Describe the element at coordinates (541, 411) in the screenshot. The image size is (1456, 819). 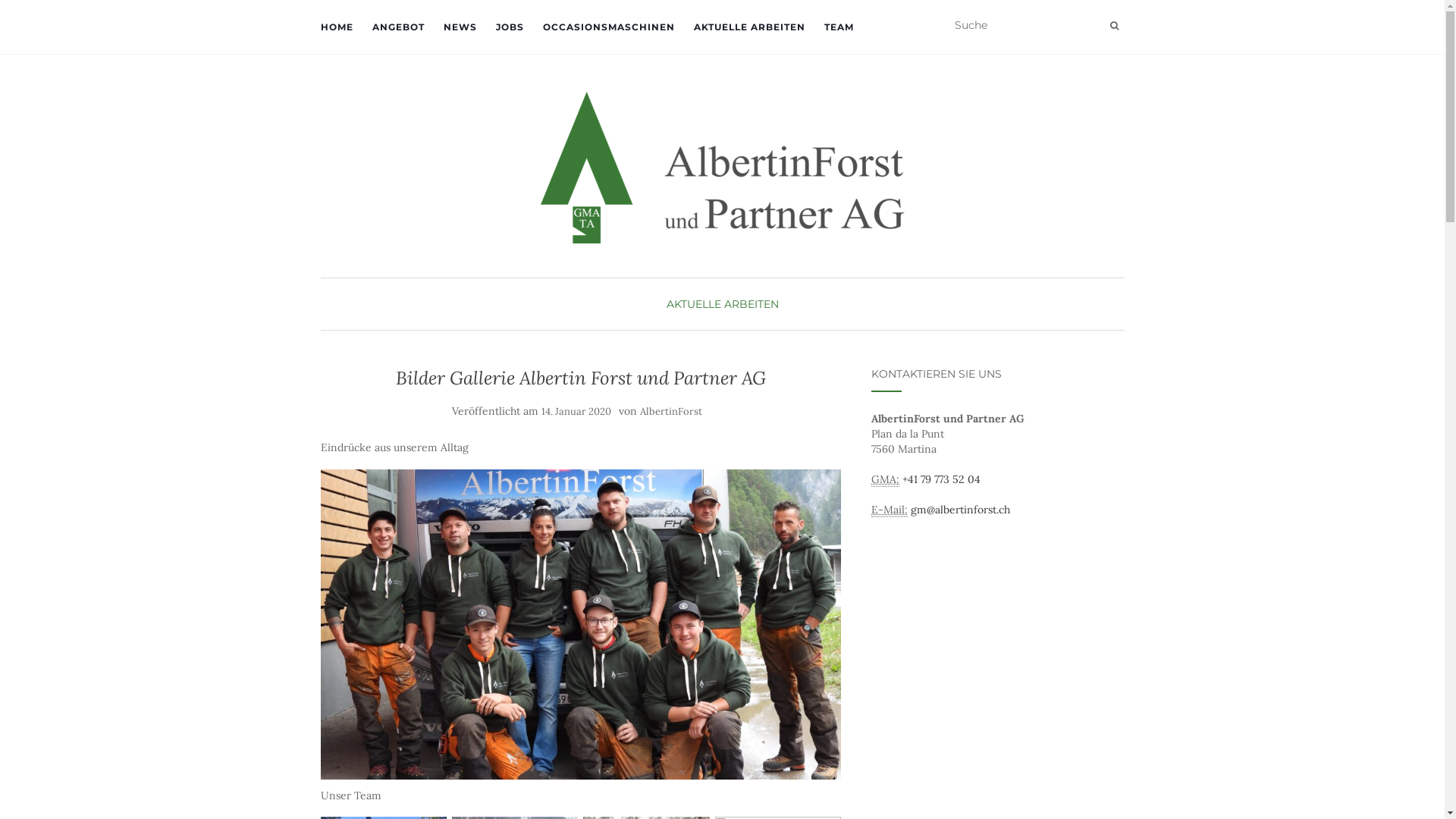
I see `'14. Januar 2020'` at that location.